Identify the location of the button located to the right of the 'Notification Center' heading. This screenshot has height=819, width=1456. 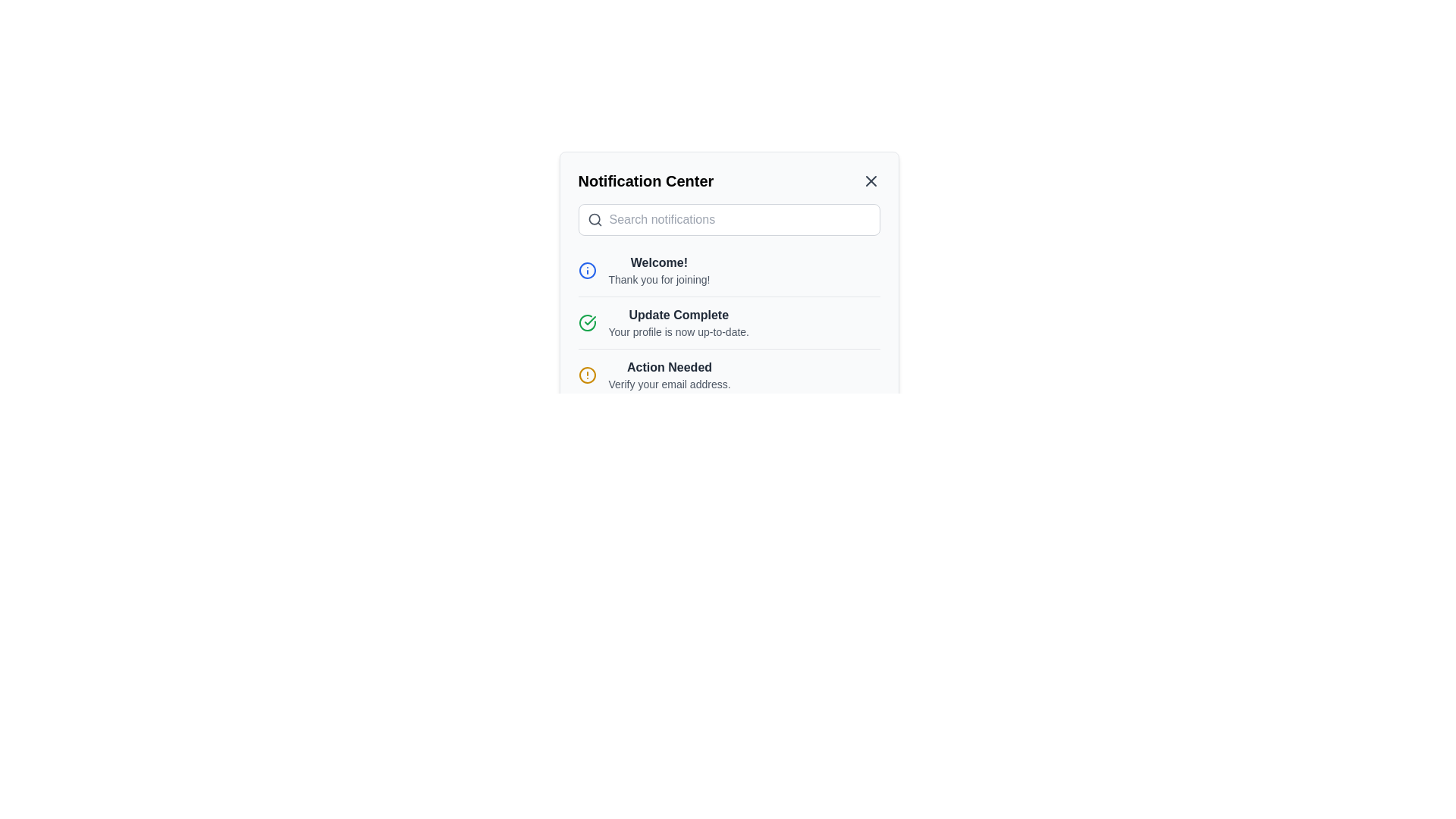
(871, 180).